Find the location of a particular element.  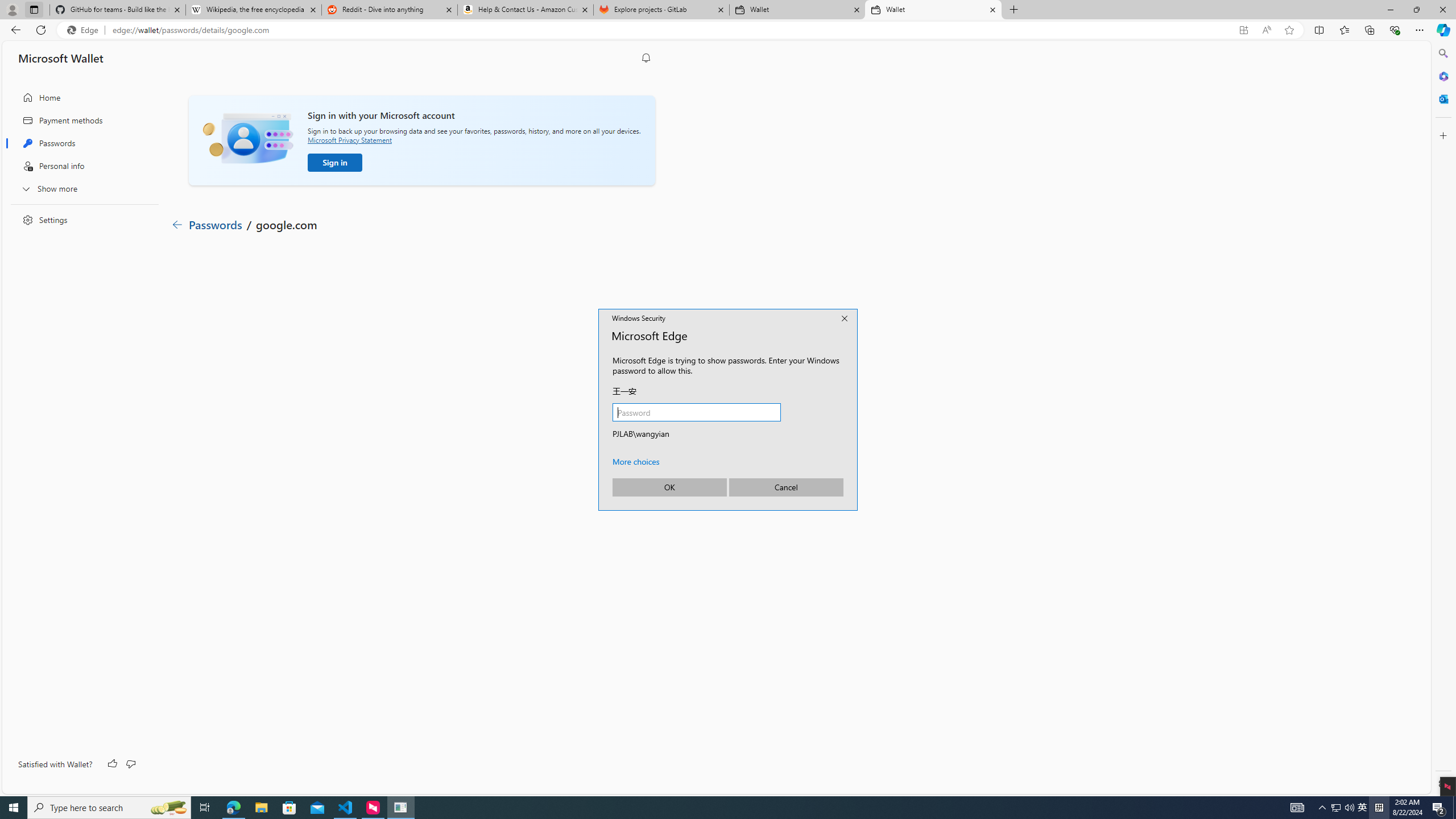

'Payment methods' is located at coordinates (81, 120).